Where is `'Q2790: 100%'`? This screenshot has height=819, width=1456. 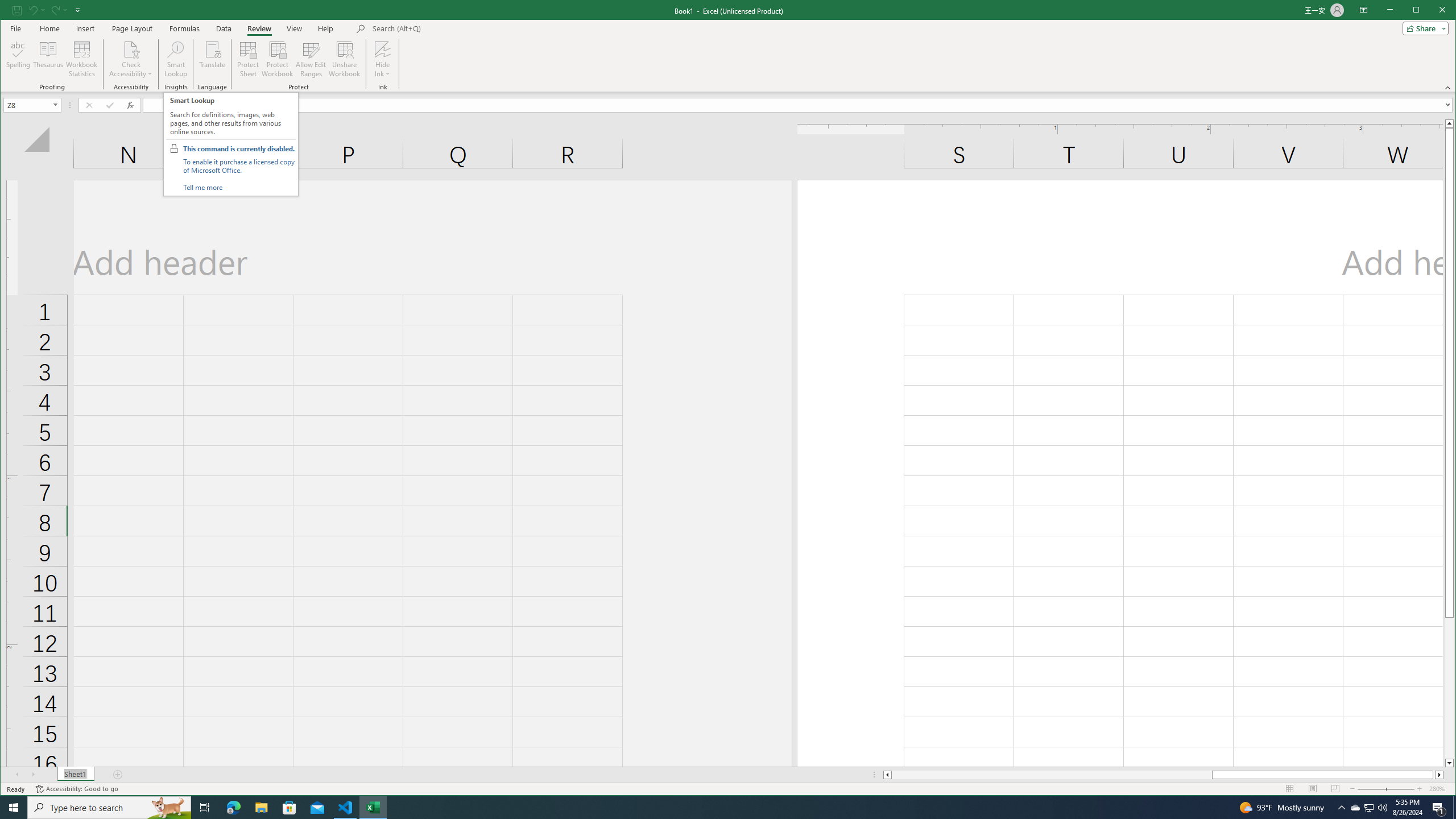
'Q2790: 100%' is located at coordinates (1381, 806).